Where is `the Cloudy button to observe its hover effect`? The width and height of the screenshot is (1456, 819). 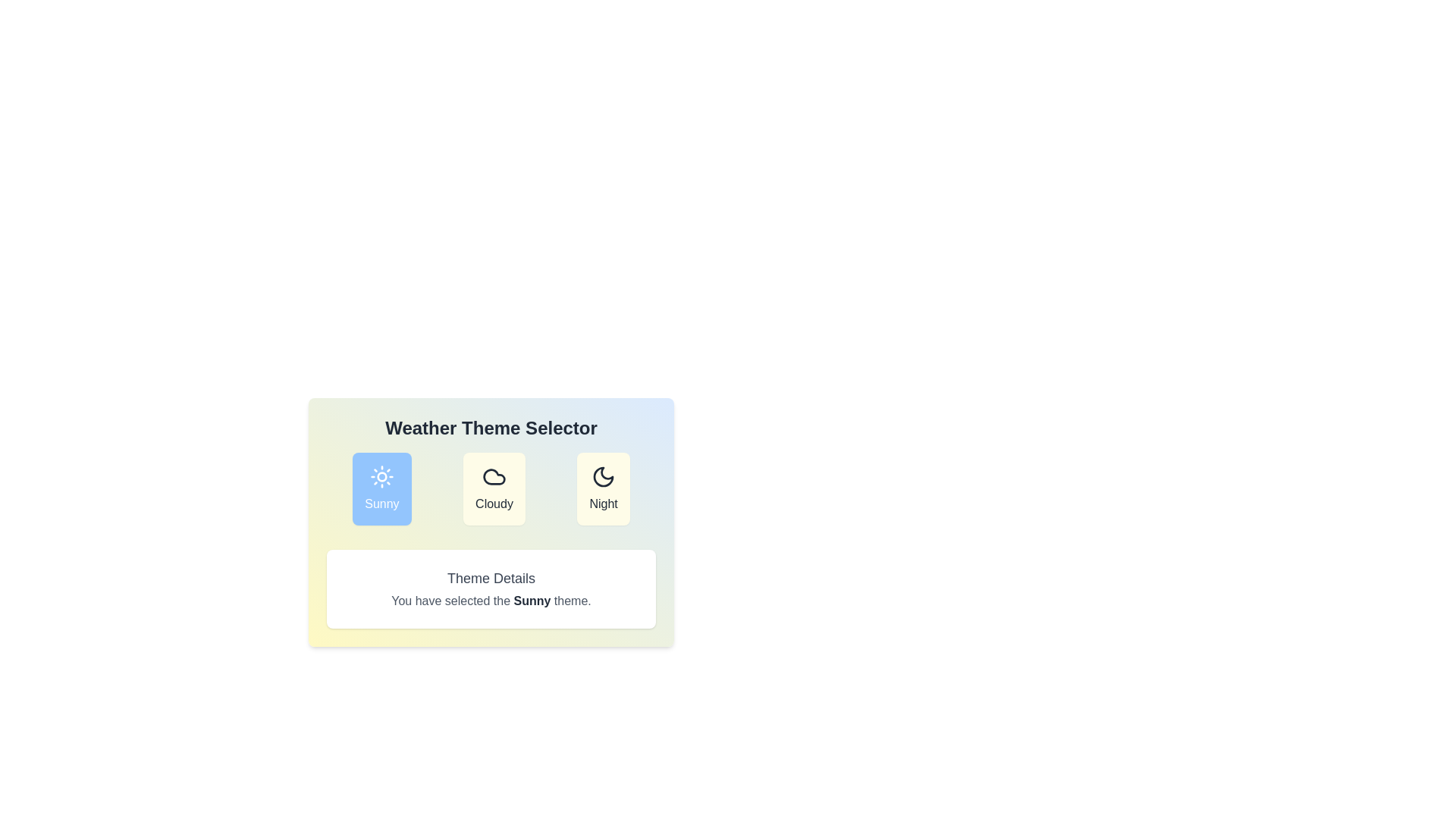 the Cloudy button to observe its hover effect is located at coordinates (494, 488).